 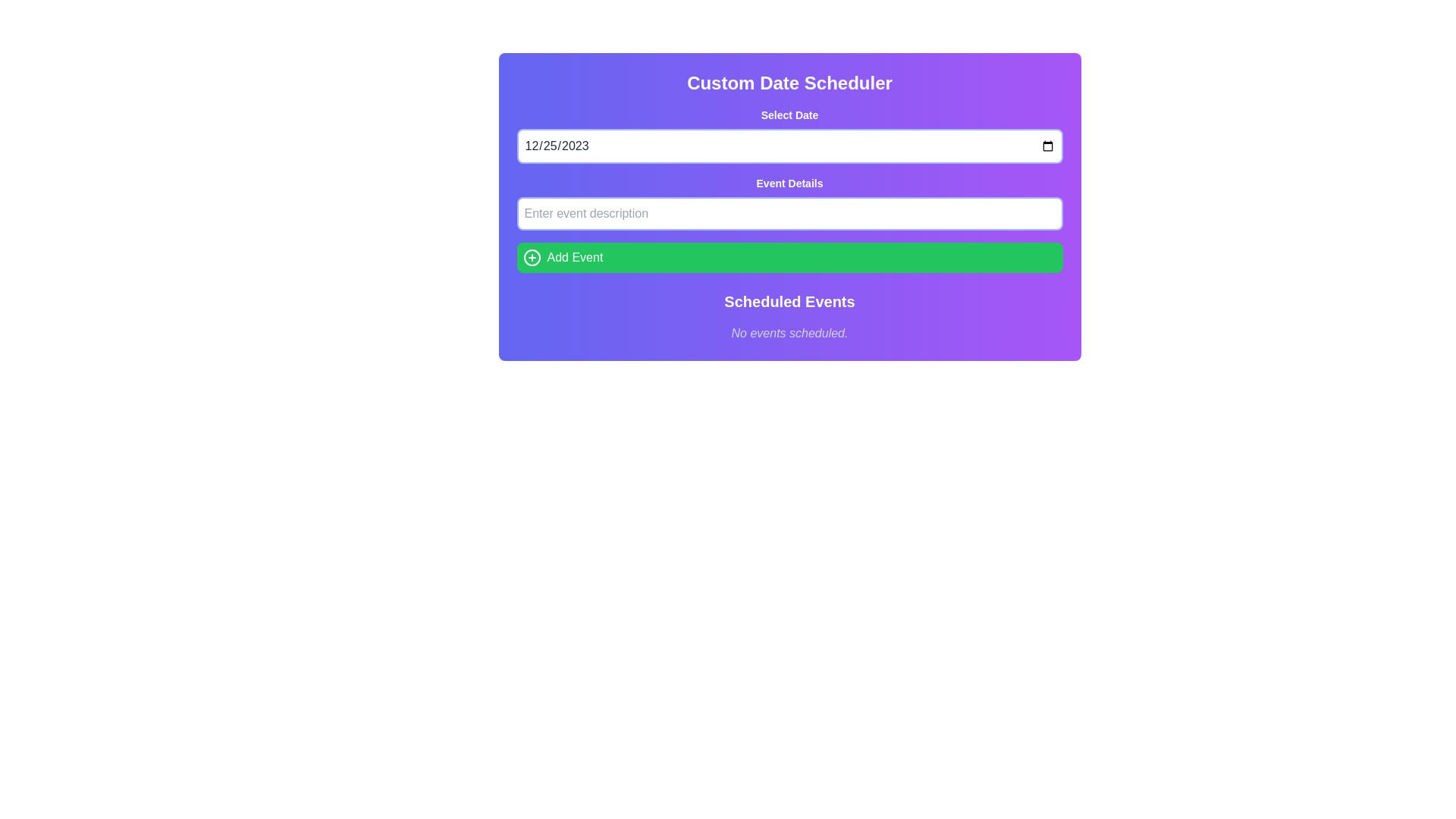 I want to click on the text input field labeled 'Event Details' to focus on it, so click(x=789, y=202).